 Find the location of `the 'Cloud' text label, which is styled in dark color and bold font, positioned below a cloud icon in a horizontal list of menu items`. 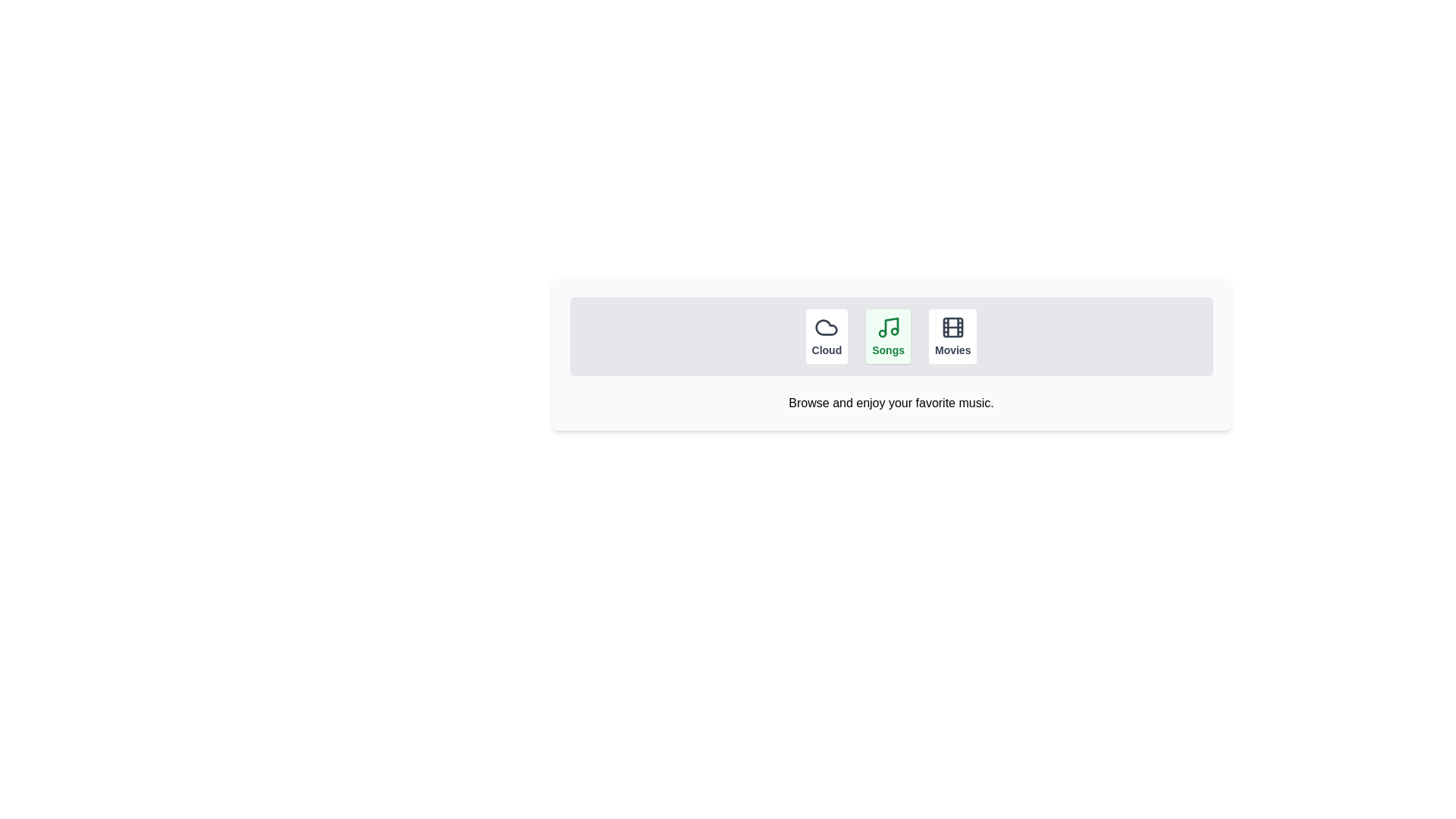

the 'Cloud' text label, which is styled in dark color and bold font, positioned below a cloud icon in a horizontal list of menu items is located at coordinates (826, 350).